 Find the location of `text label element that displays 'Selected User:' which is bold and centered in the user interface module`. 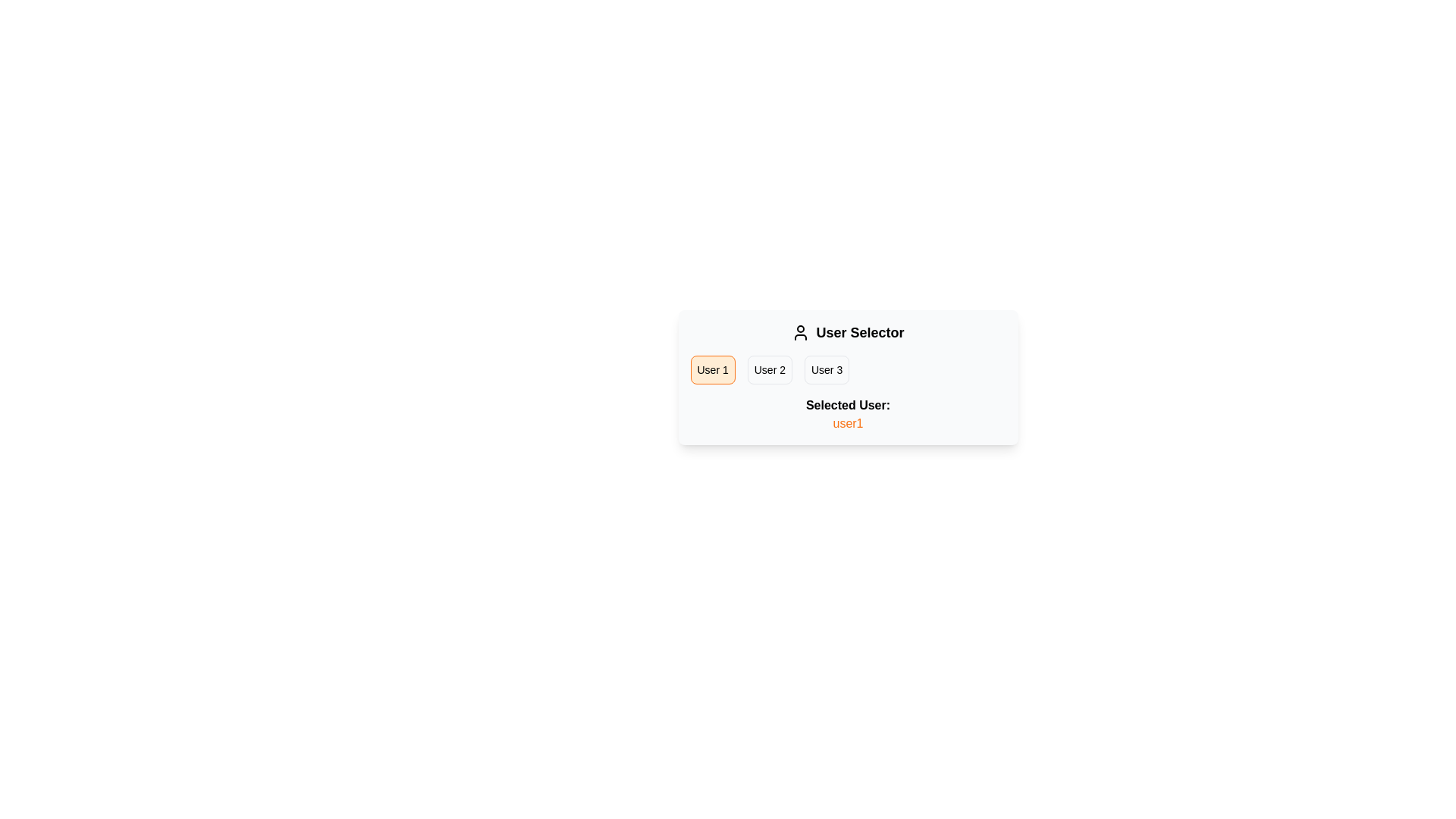

text label element that displays 'Selected User:' which is bold and centered in the user interface module is located at coordinates (847, 405).